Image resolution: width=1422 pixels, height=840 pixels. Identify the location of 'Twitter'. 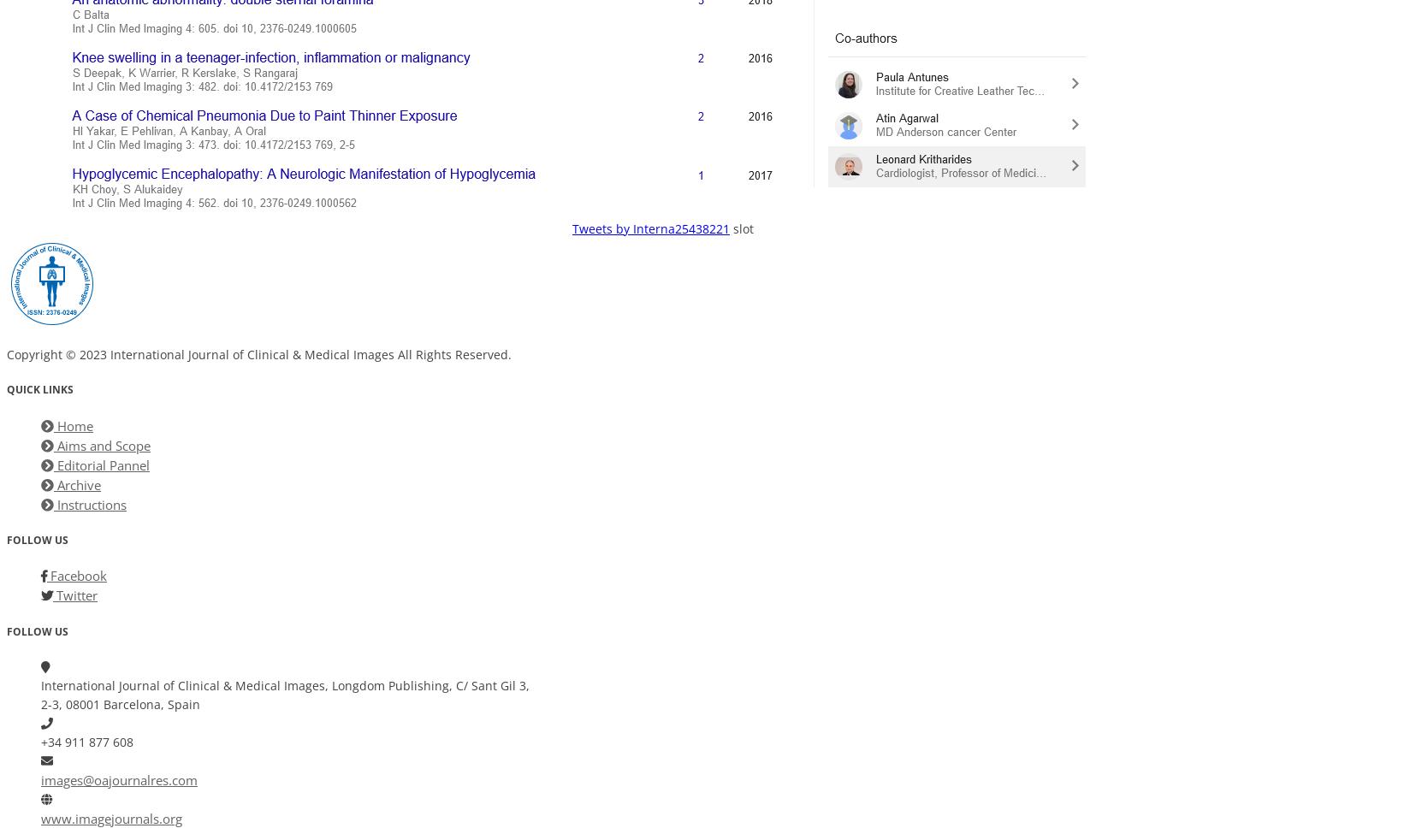
(51, 595).